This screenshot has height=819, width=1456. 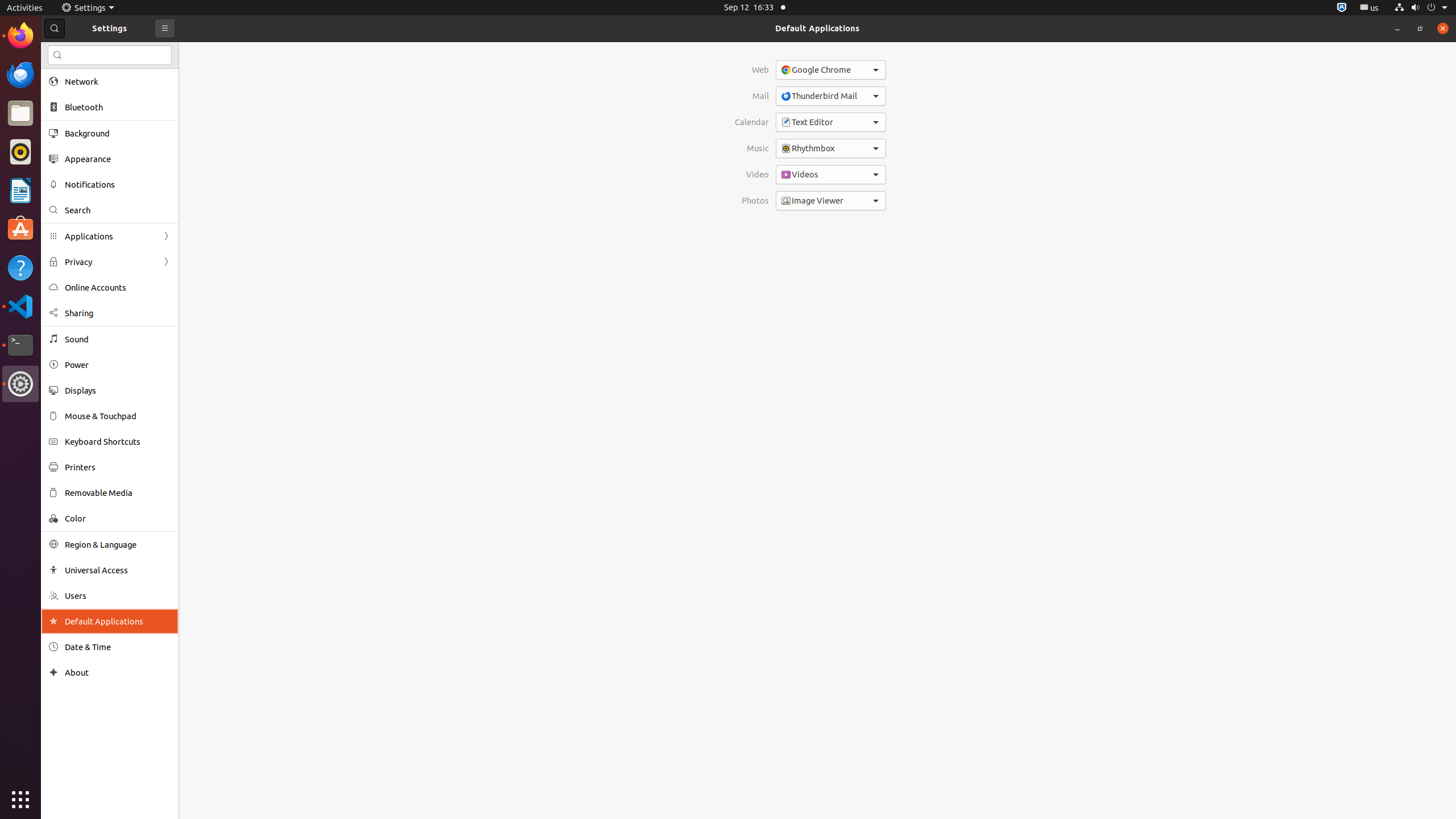 I want to click on 'Minimize', so click(x=1397, y=28).